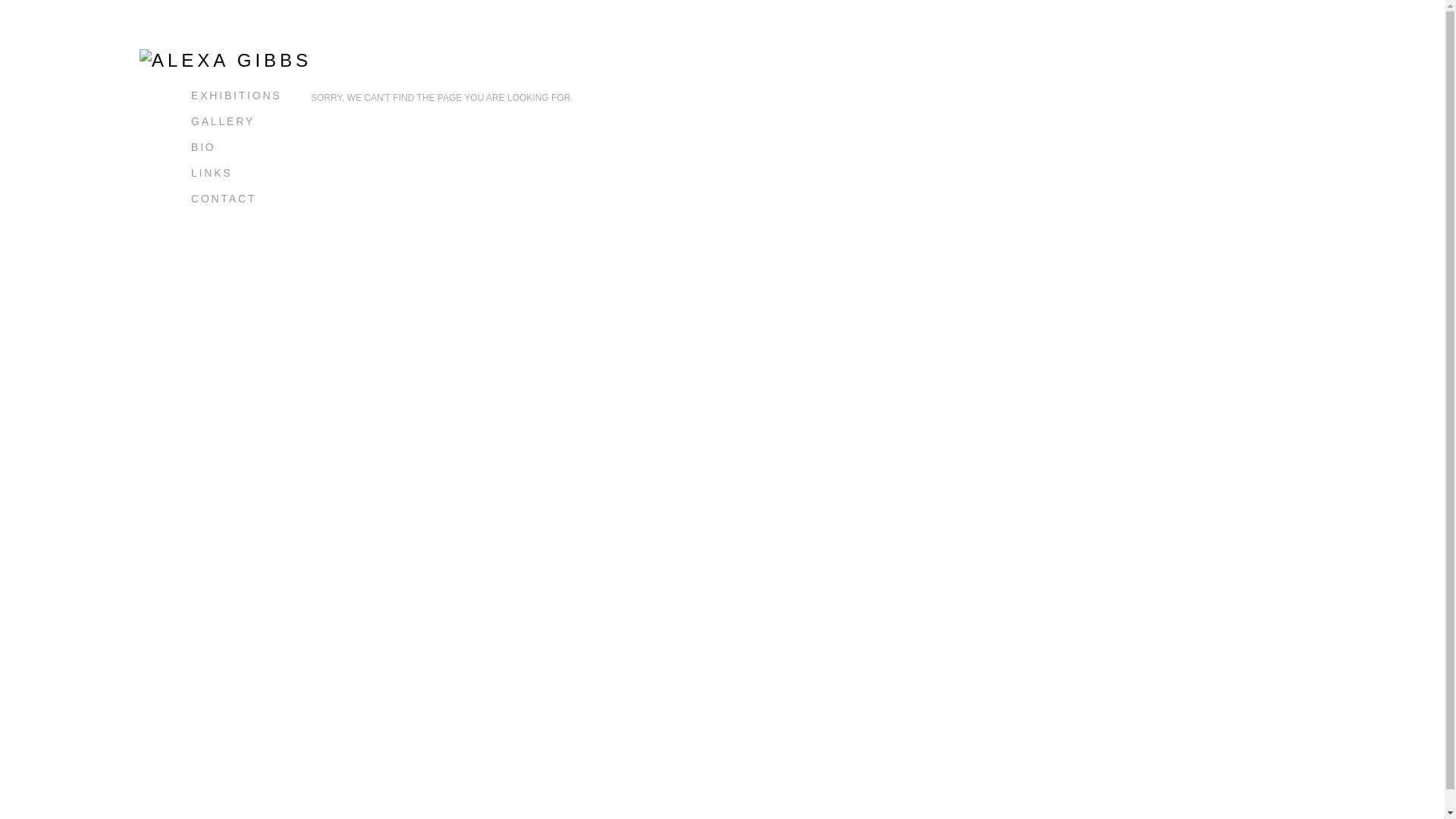 The image size is (1456, 819). What do you see at coordinates (221, 120) in the screenshot?
I see `'GALLERY'` at bounding box center [221, 120].